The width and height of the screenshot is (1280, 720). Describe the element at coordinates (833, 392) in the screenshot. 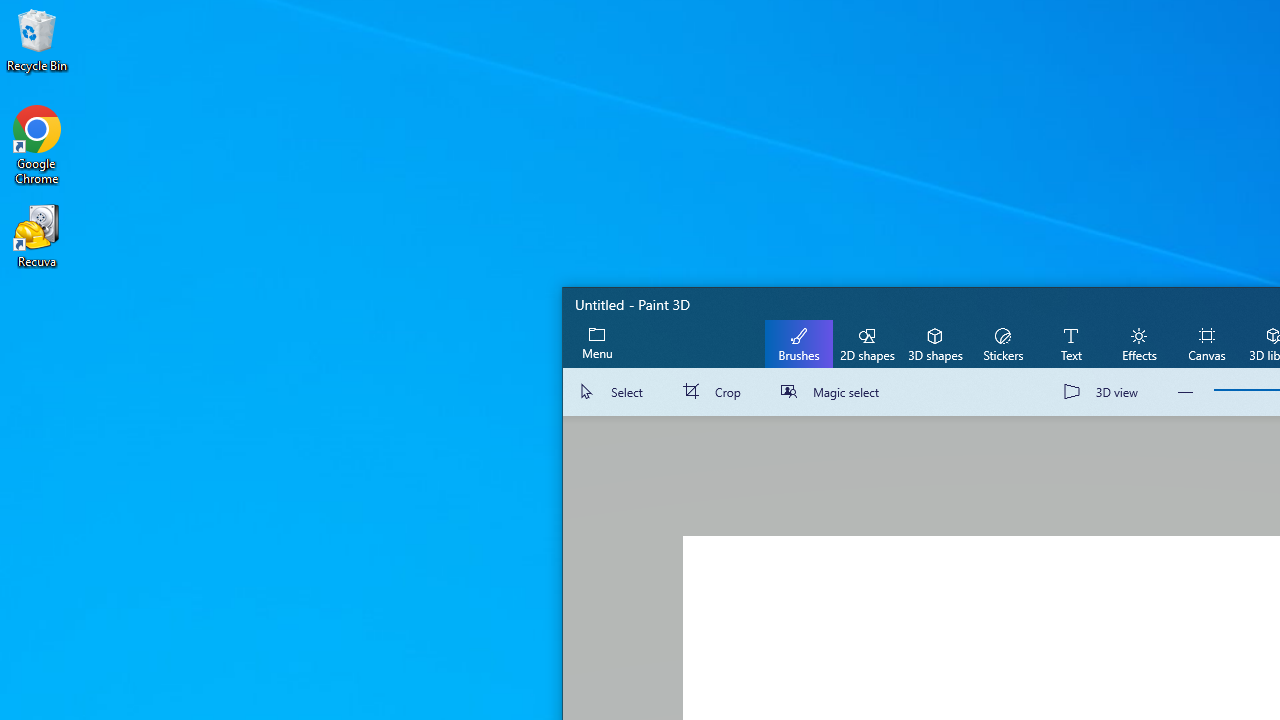

I see `'Magic select'` at that location.